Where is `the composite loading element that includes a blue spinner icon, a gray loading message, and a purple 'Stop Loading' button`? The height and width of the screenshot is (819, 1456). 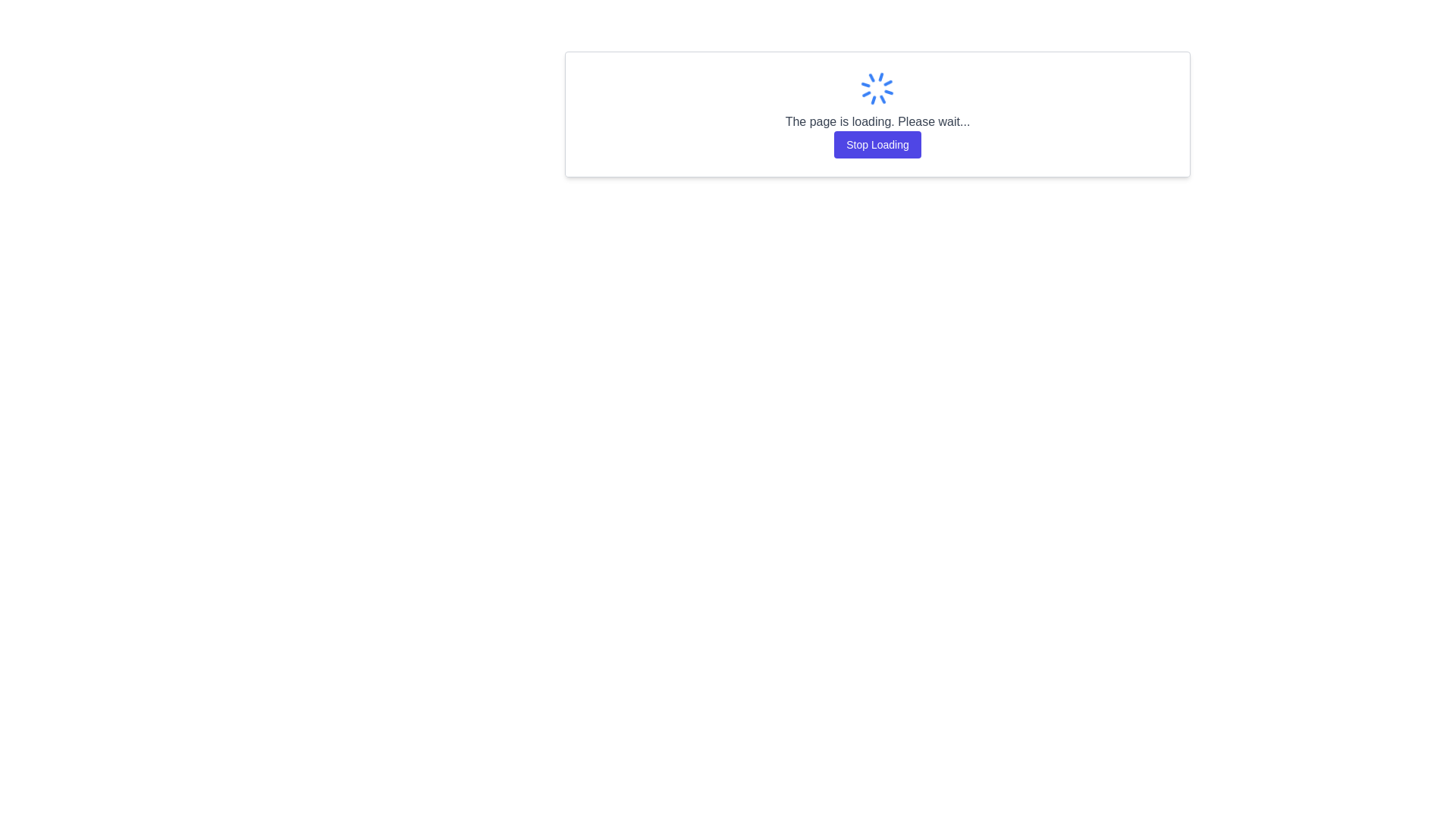
the composite loading element that includes a blue spinner icon, a gray loading message, and a purple 'Stop Loading' button is located at coordinates (877, 113).